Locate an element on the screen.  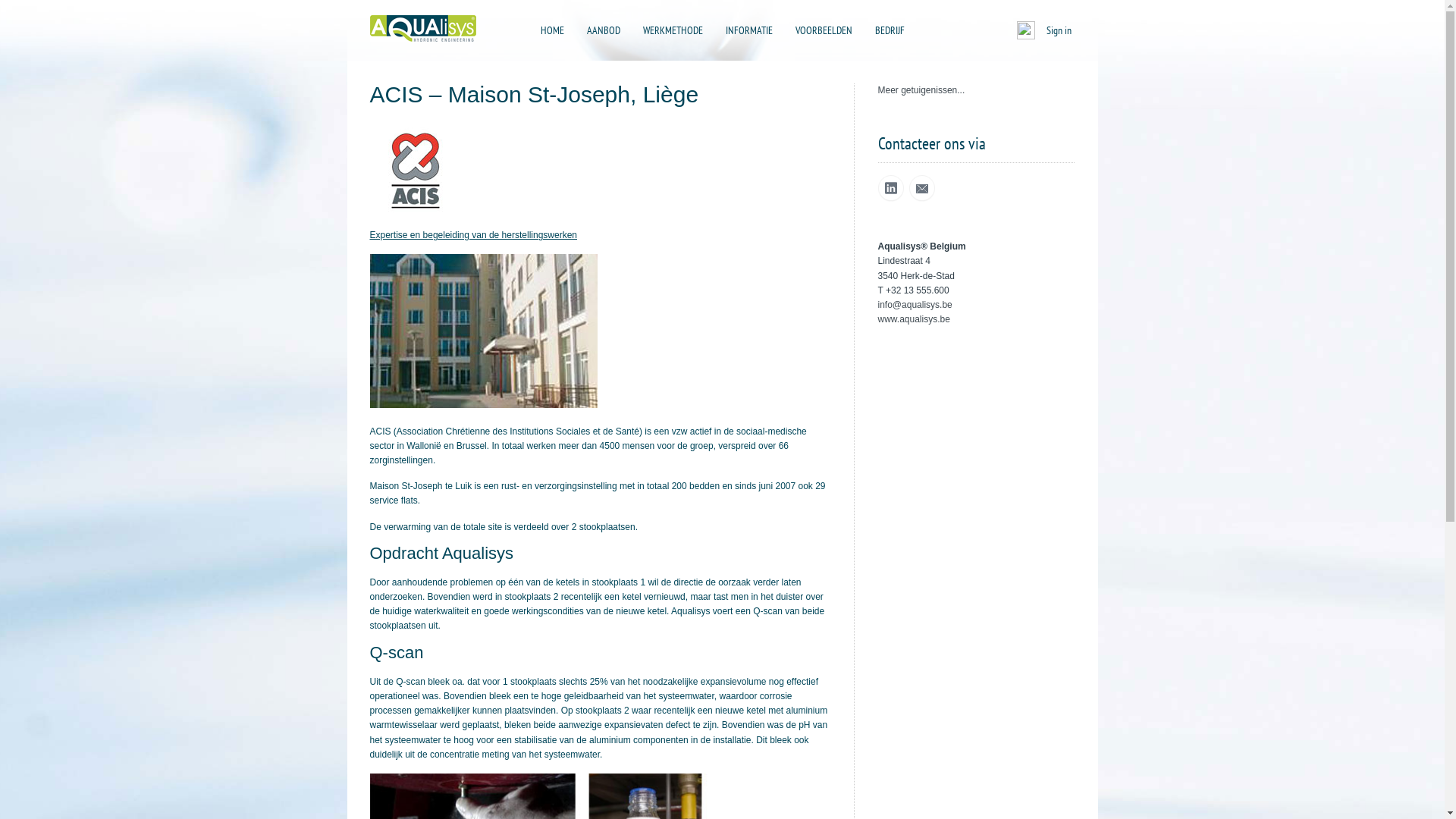
'VOORBEELDEN' is located at coordinates (822, 30).